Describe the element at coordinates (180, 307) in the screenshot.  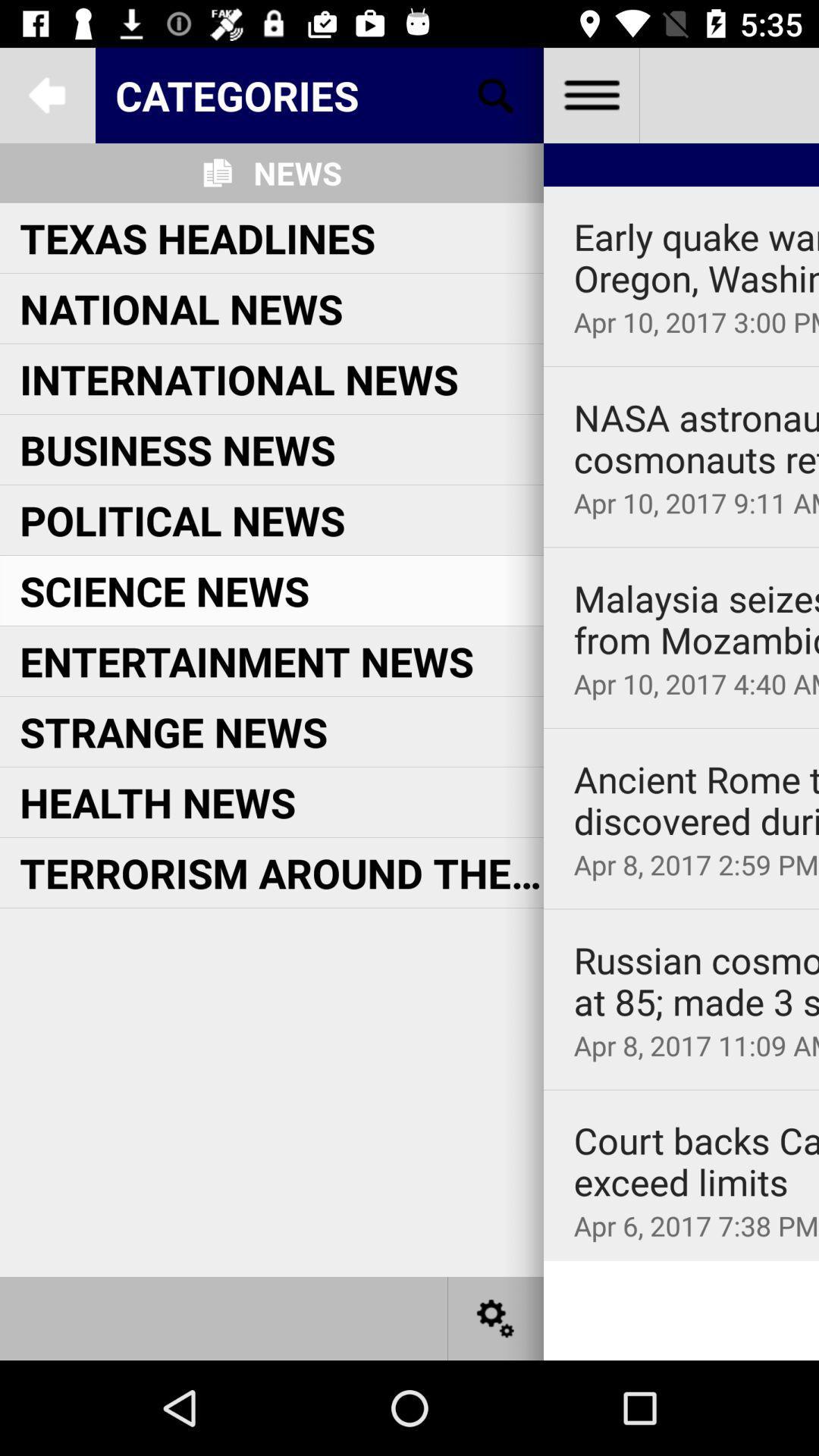
I see `icon below texas headlines item` at that location.